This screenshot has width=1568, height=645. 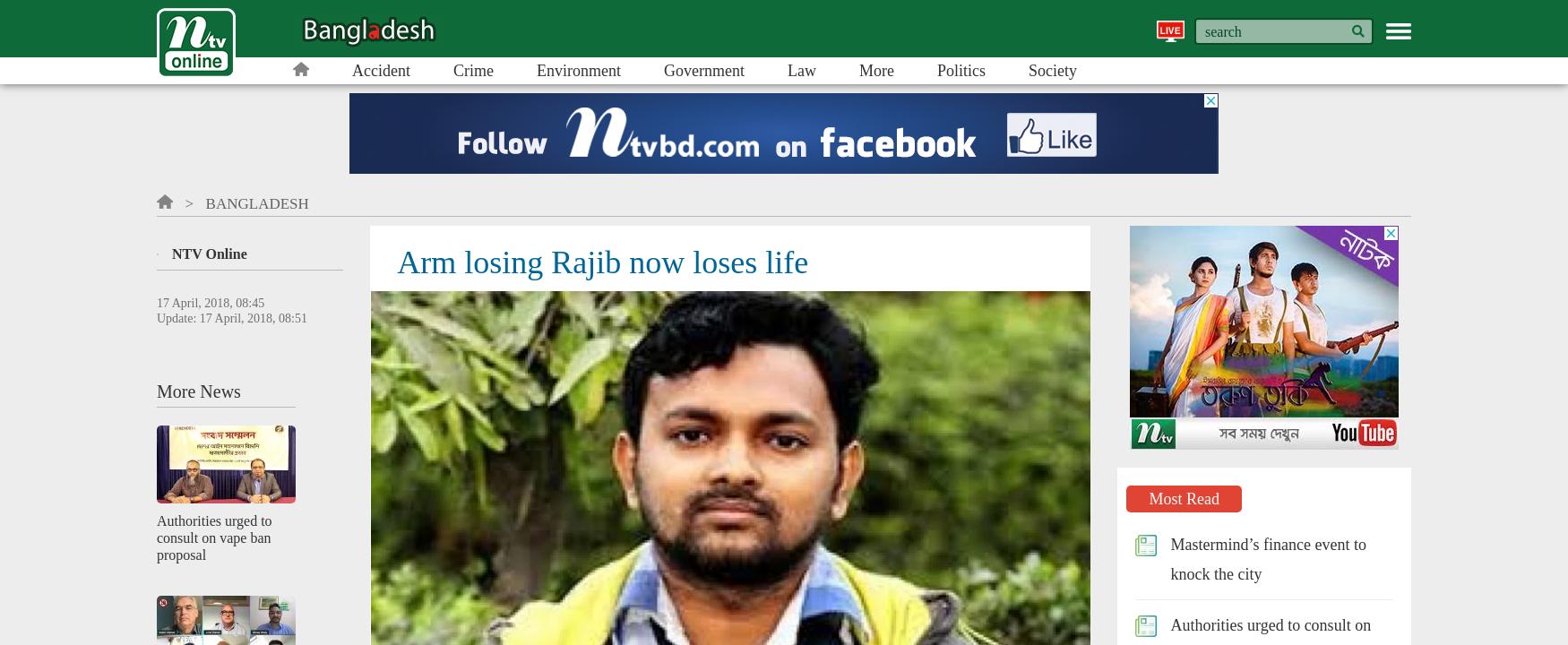 I want to click on 'Government', so click(x=702, y=69).